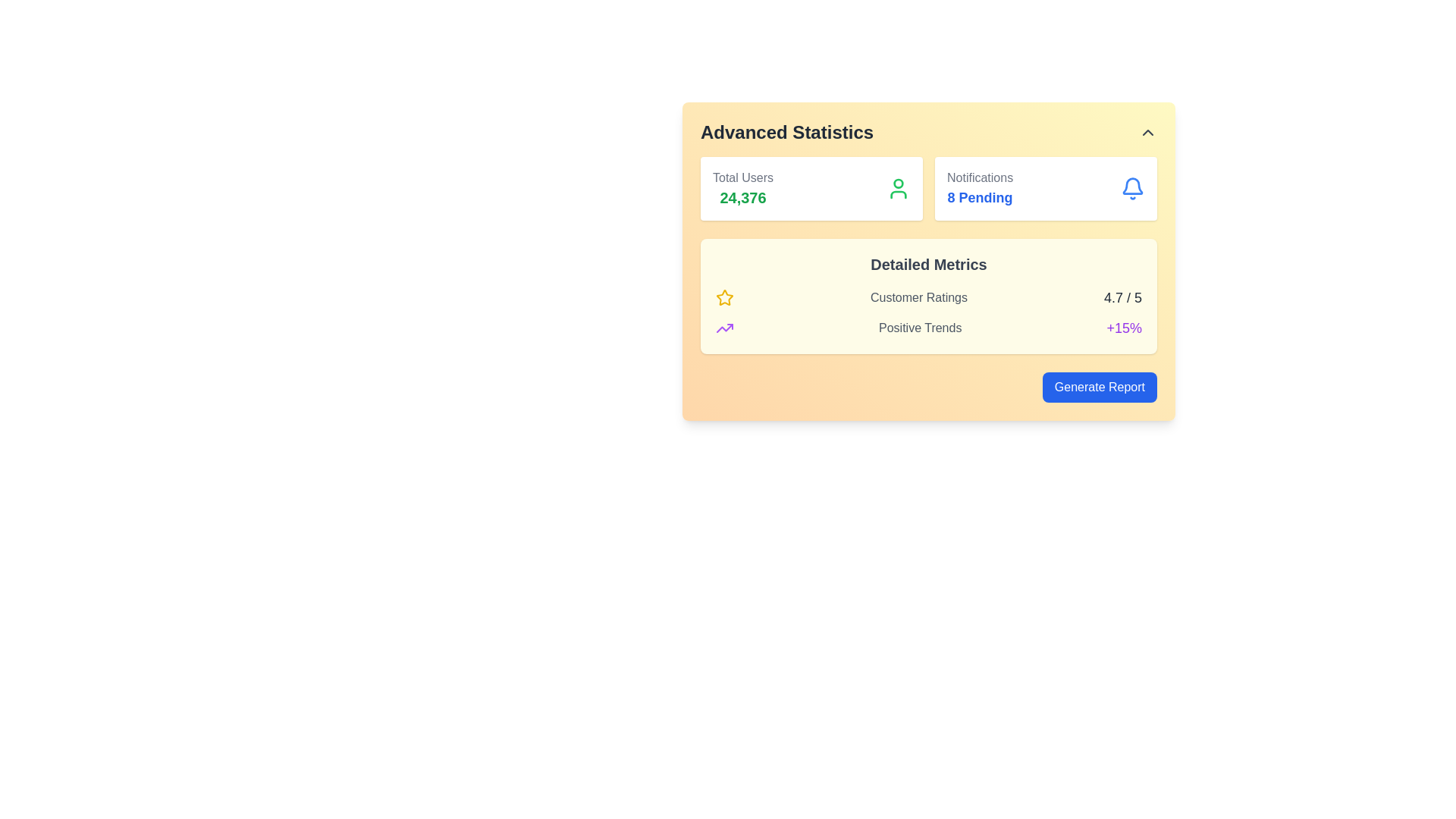 The image size is (1456, 819). What do you see at coordinates (742, 177) in the screenshot?
I see `the 'Total Users' text label, which is displayed in gray font above the number '24,376' in a light card component` at bounding box center [742, 177].